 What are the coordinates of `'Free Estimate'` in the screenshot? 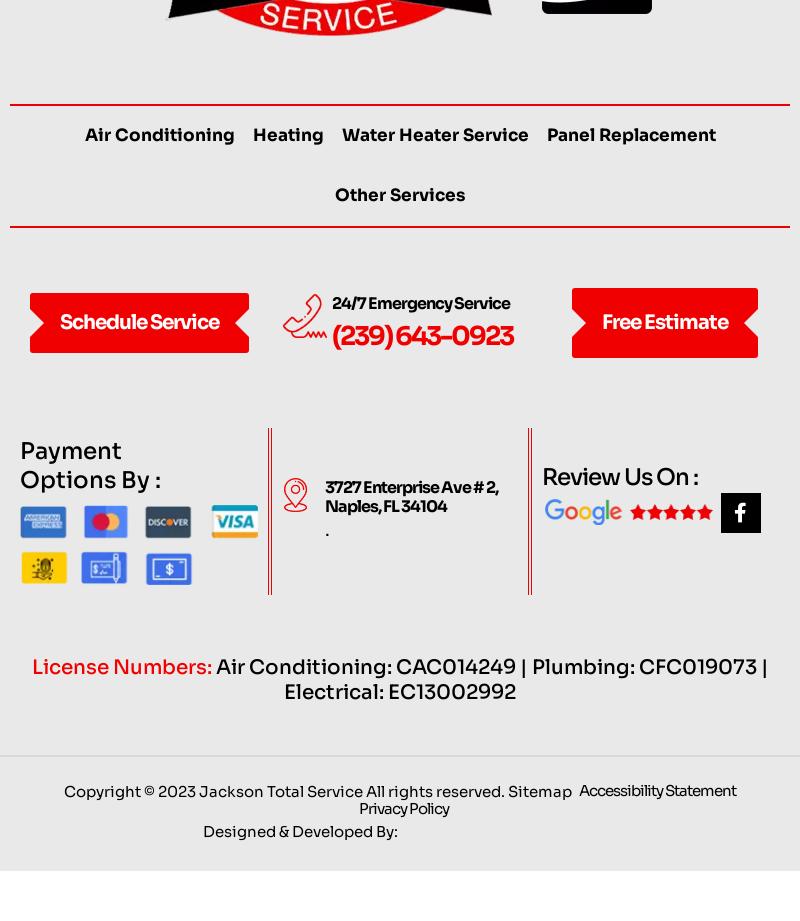 It's located at (664, 362).